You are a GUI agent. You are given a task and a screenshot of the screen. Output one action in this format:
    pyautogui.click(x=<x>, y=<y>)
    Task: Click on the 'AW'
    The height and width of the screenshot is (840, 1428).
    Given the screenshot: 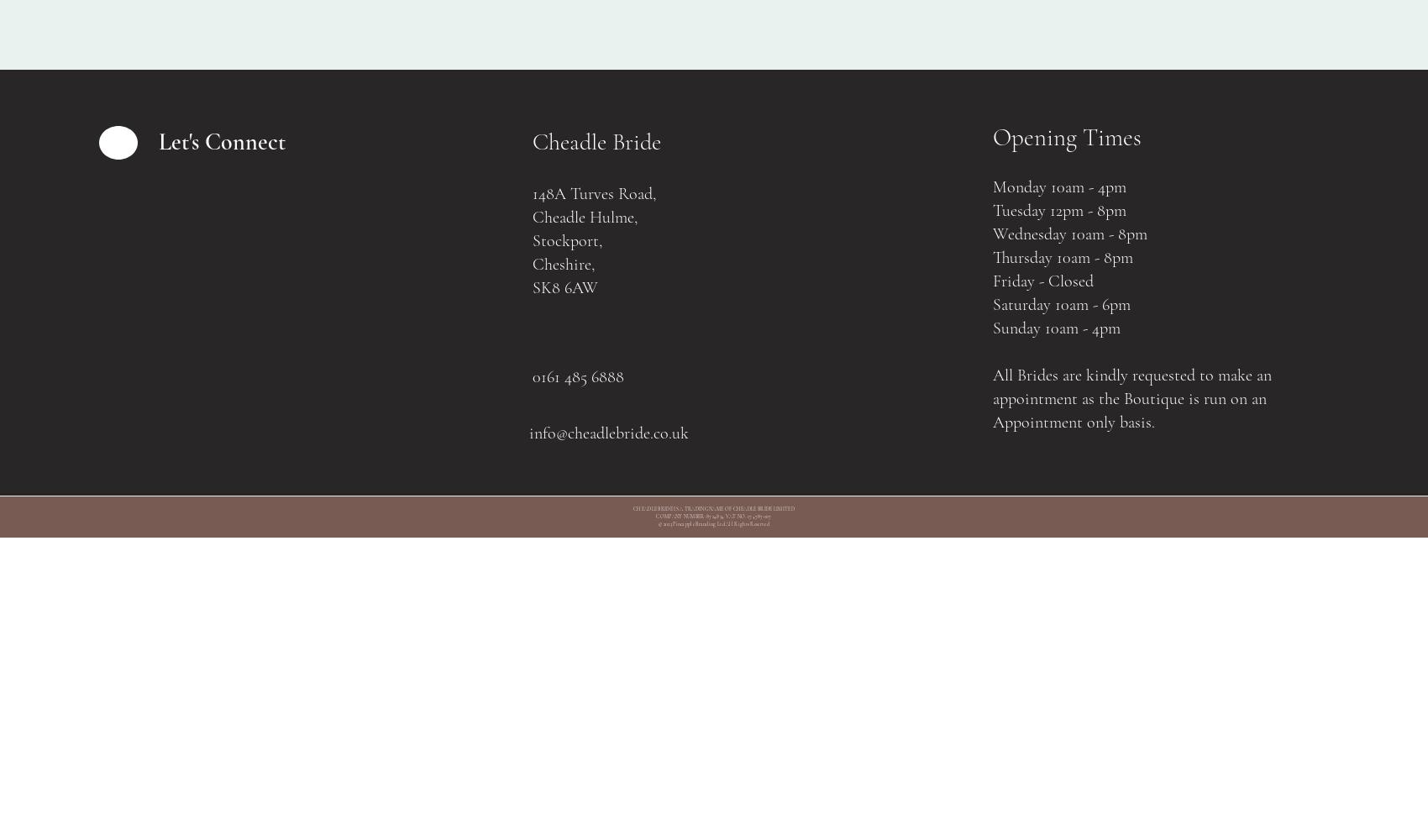 What is the action you would take?
    pyautogui.click(x=584, y=287)
    